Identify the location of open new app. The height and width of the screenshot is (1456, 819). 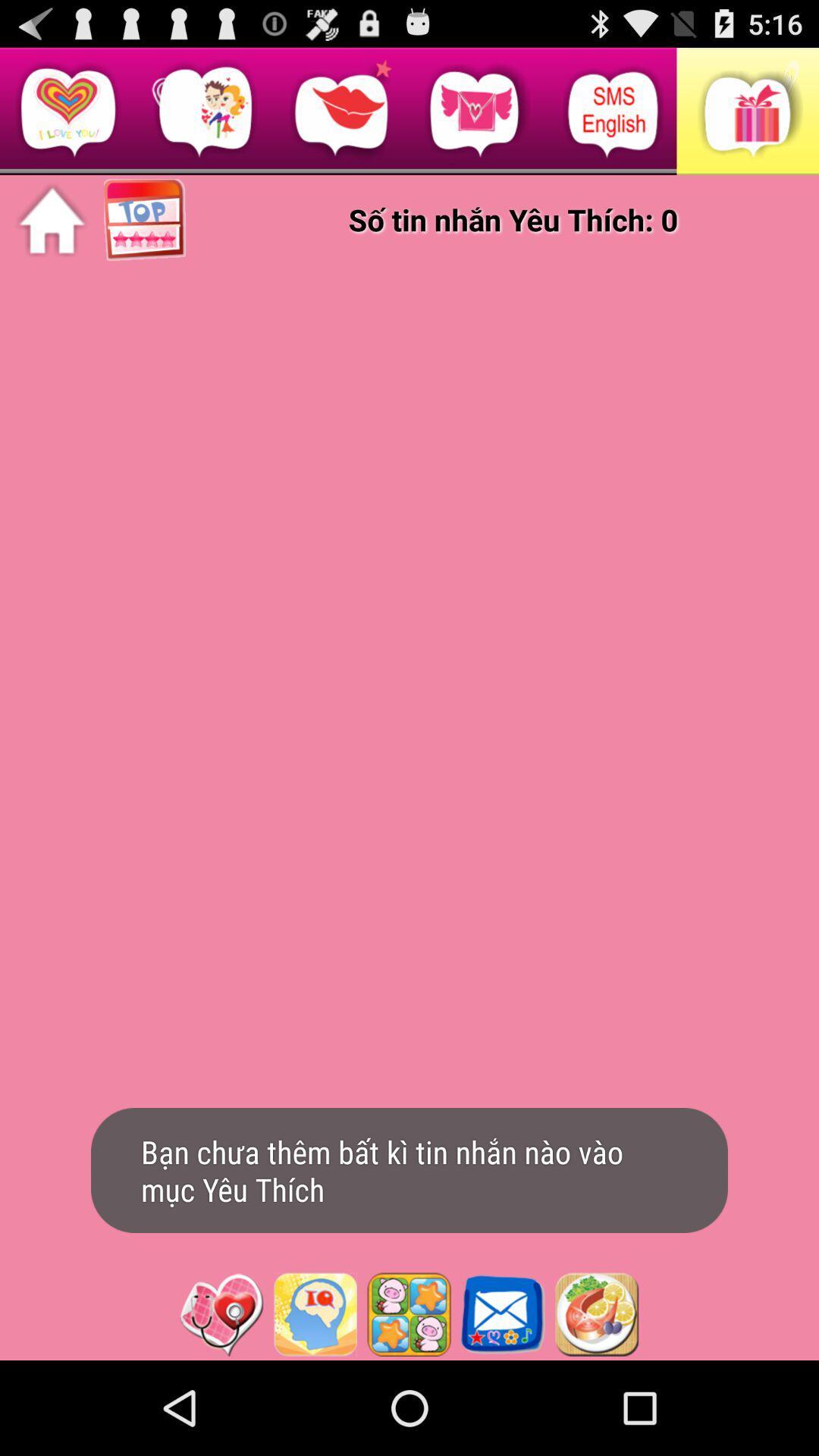
(596, 1313).